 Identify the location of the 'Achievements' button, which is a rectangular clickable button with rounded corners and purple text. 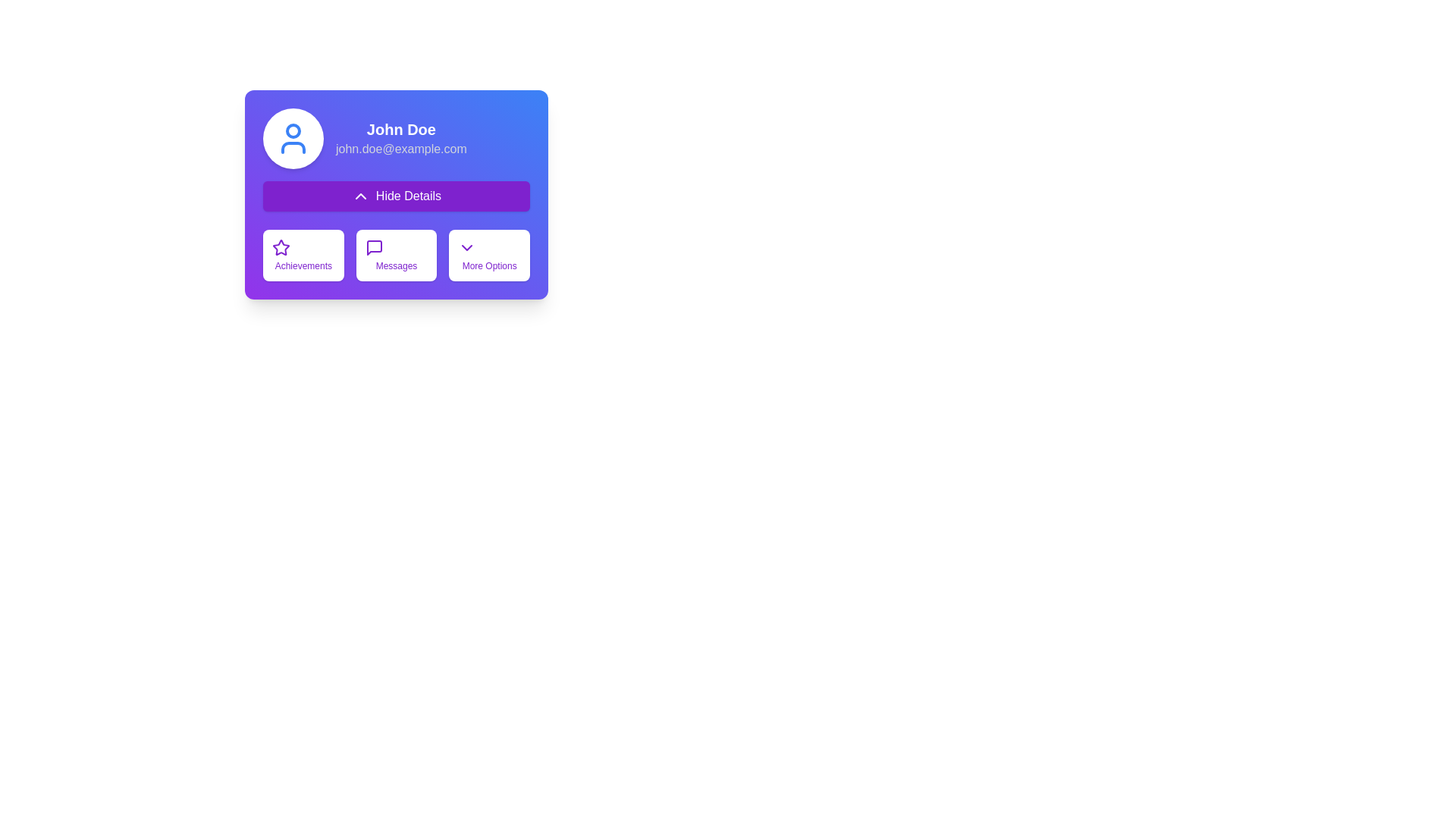
(303, 254).